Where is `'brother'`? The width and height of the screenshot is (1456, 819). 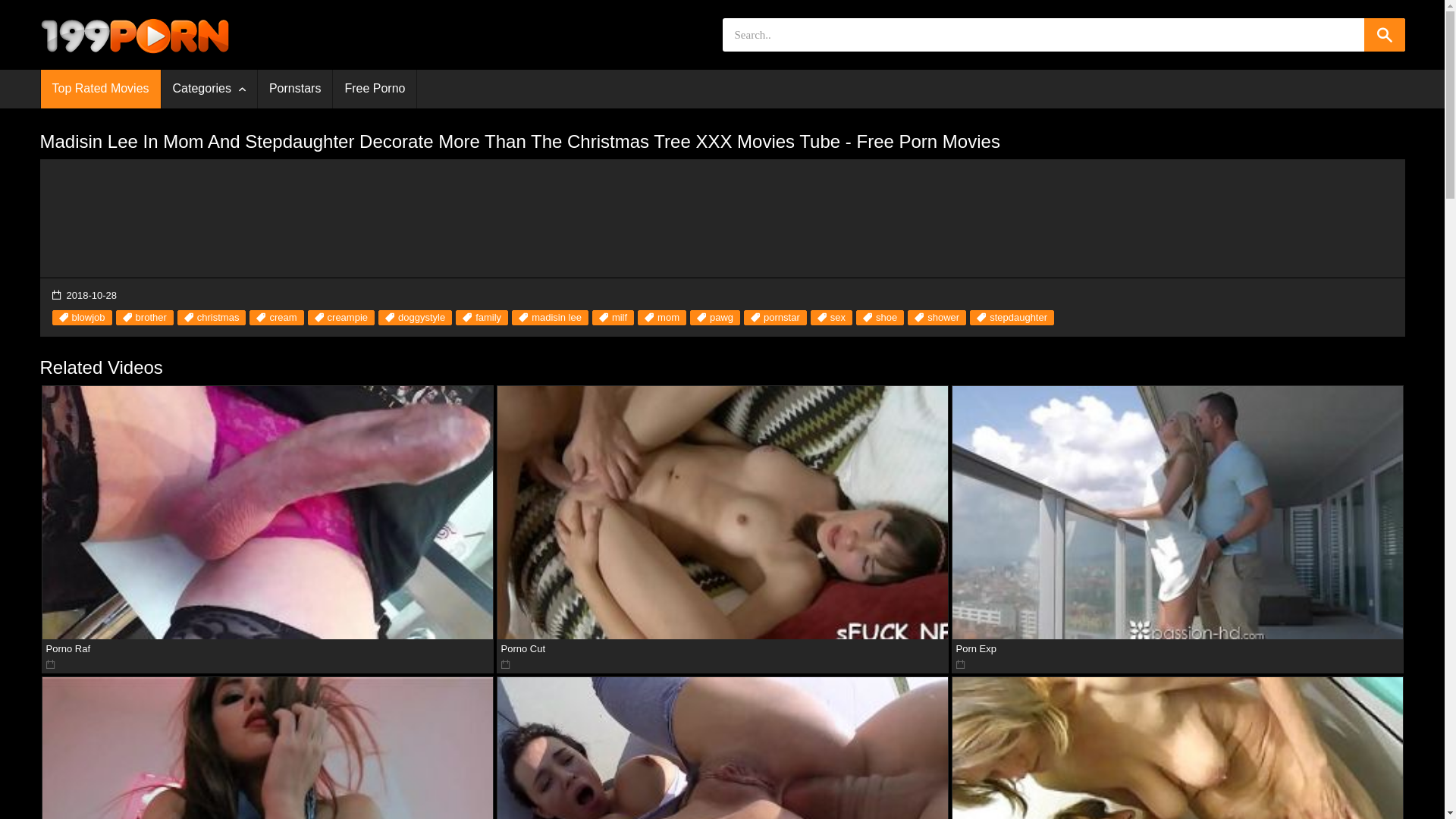
'brother' is located at coordinates (115, 317).